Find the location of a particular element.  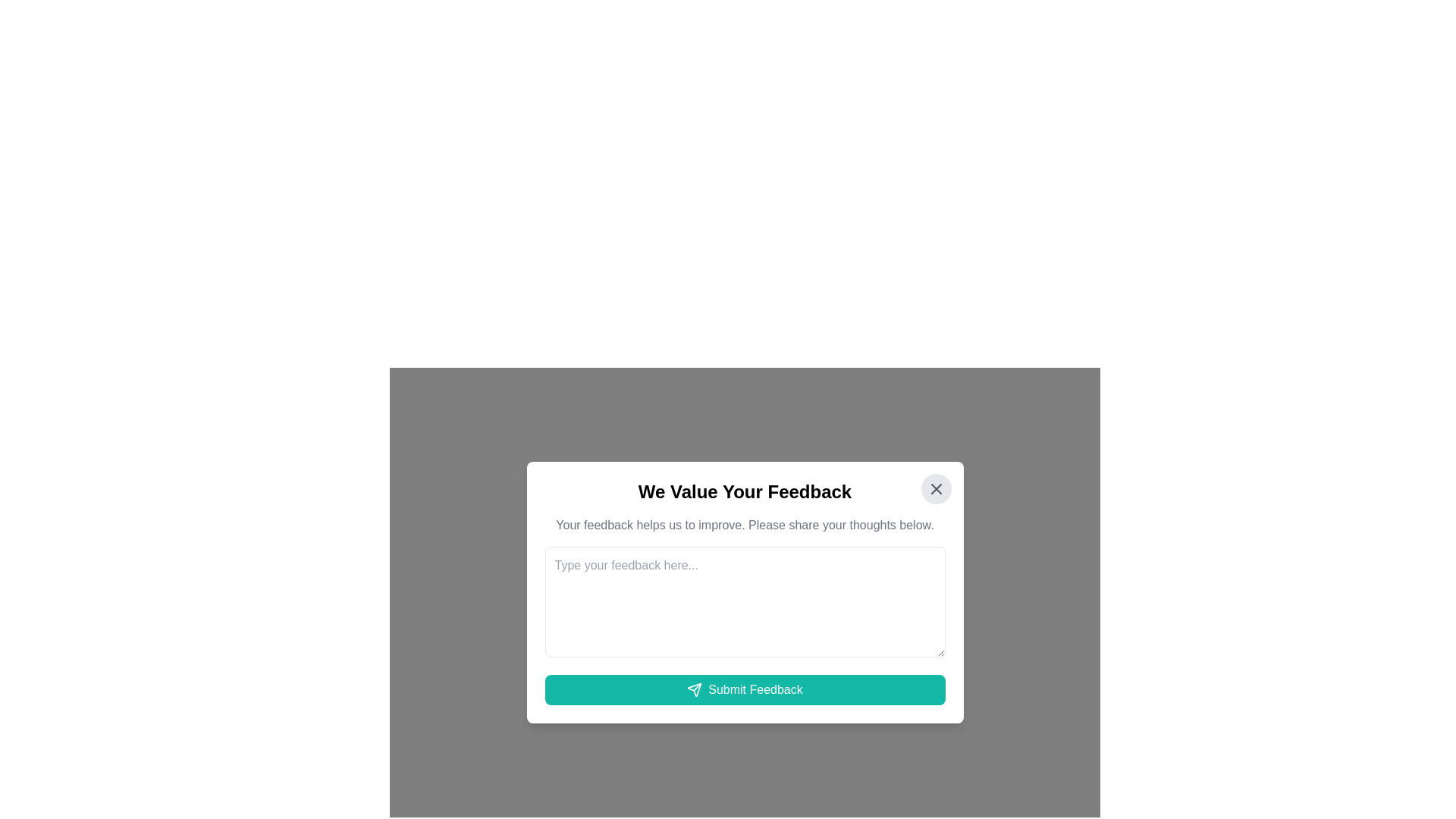

the feedback submission button located at the bottom of the feedback form is located at coordinates (745, 690).